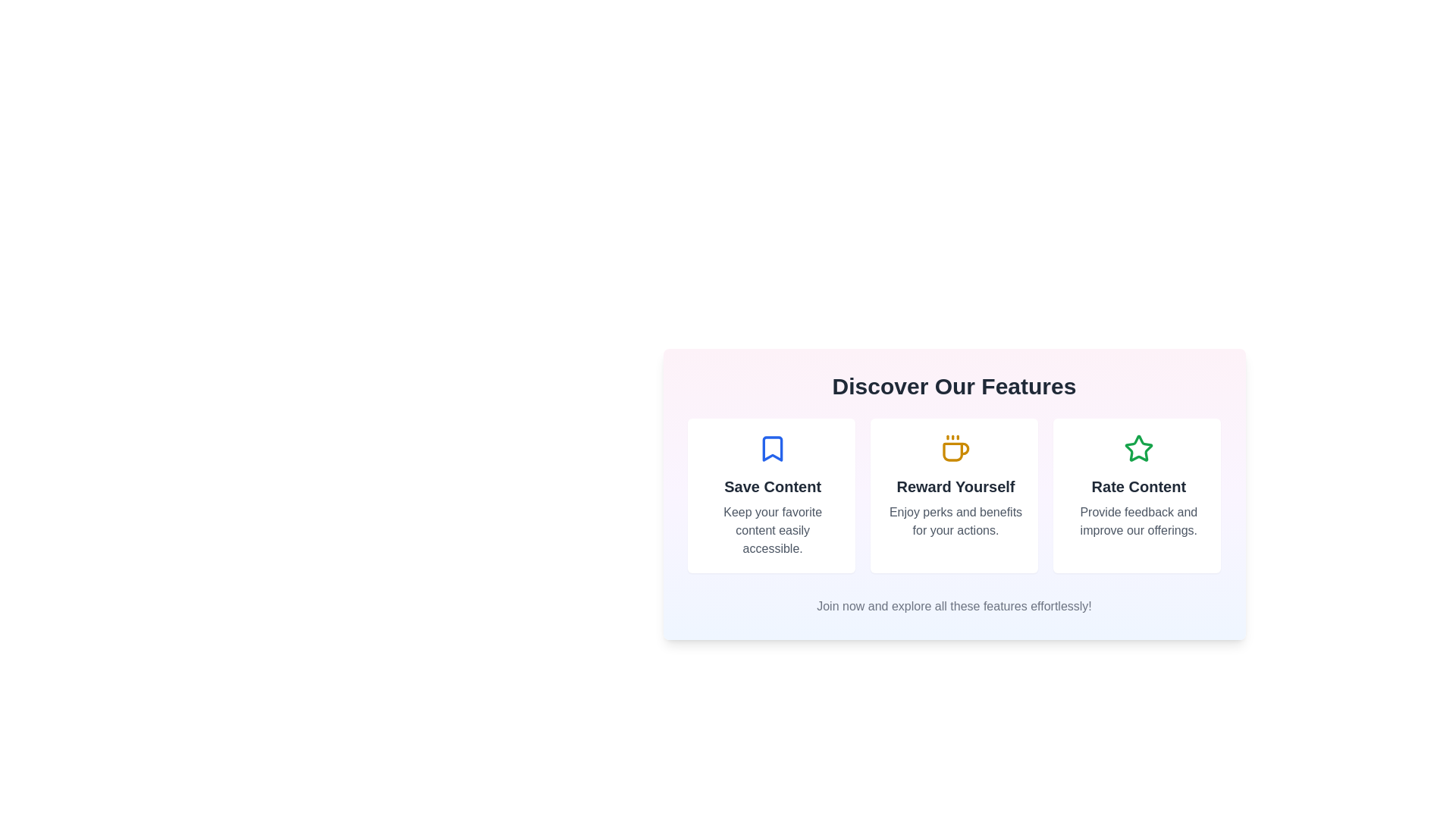  I want to click on the decorative icon associated with the text 'Reward Yourself' located in the second column under 'Discover Our Features', so click(955, 447).